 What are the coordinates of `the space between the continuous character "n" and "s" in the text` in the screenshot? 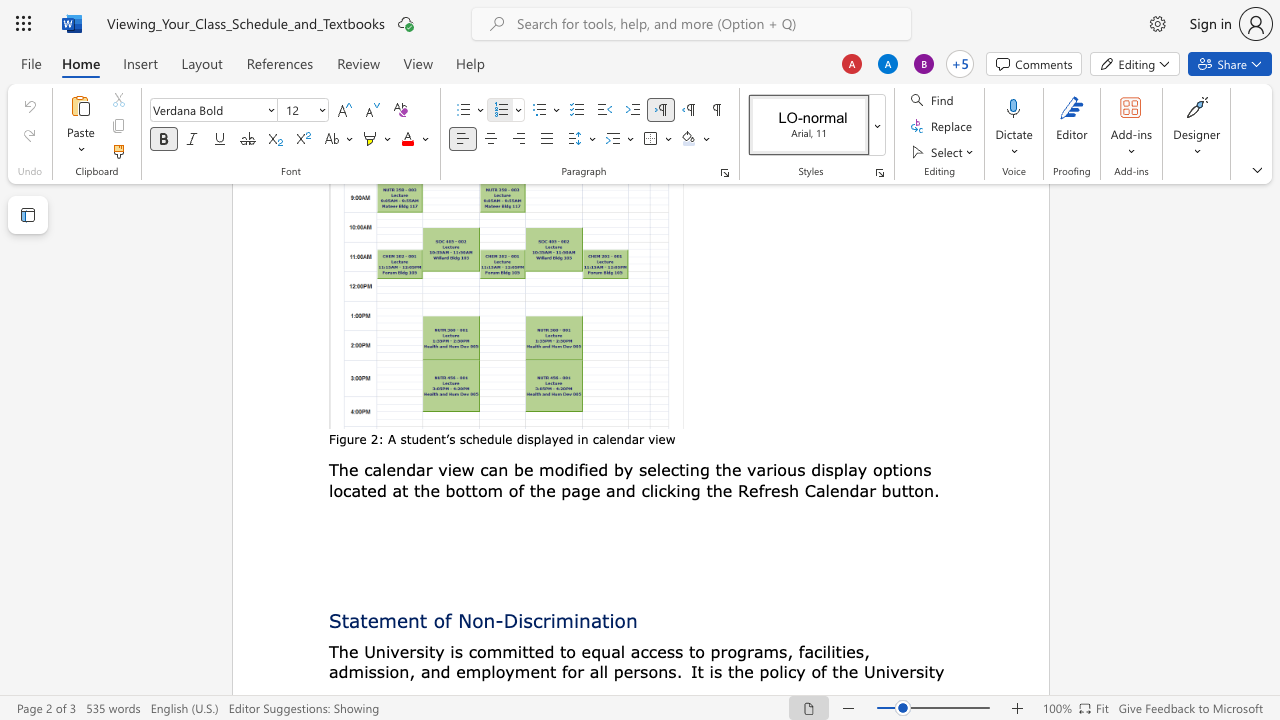 It's located at (921, 469).